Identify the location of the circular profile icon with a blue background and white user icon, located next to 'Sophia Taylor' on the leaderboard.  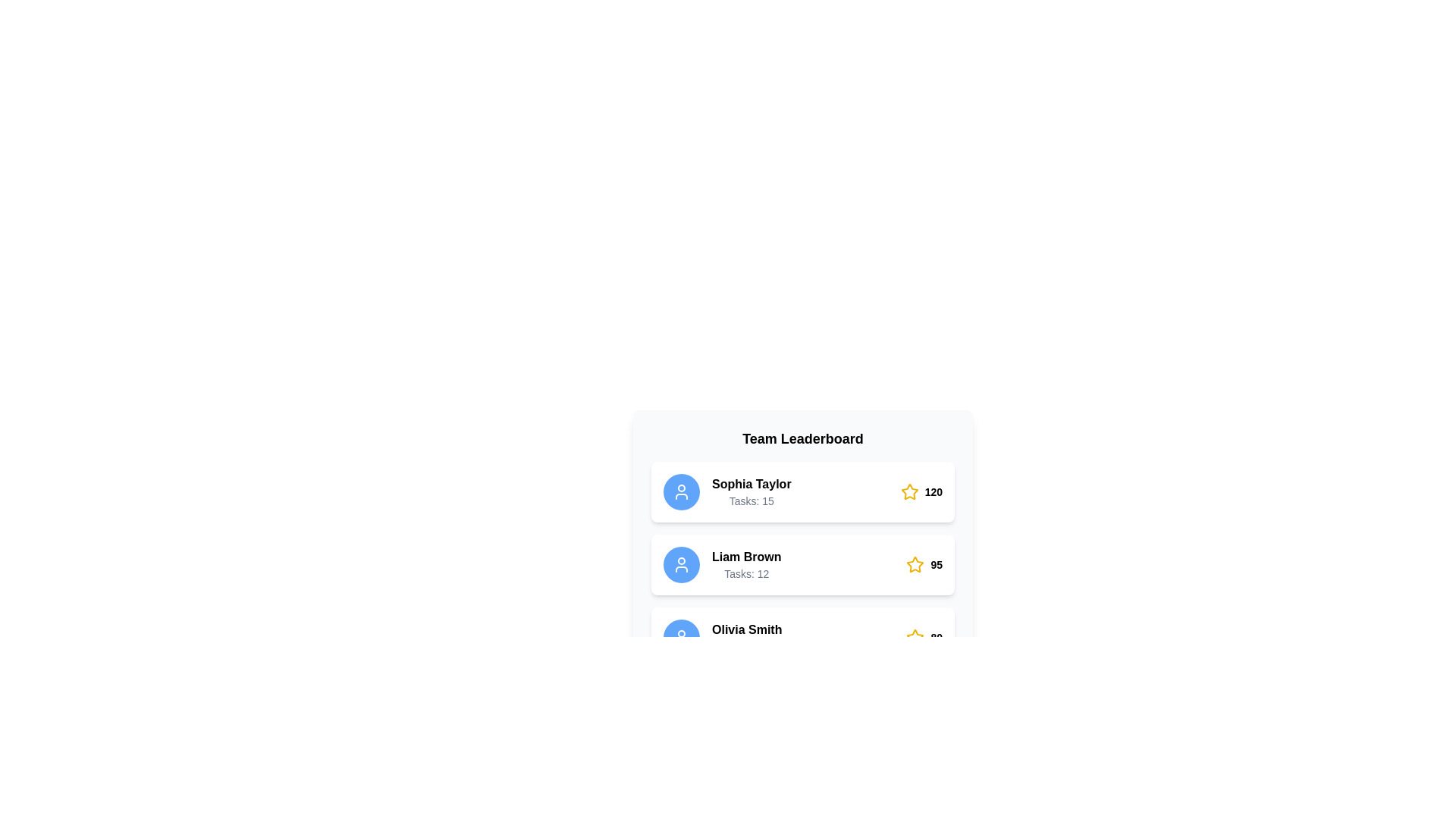
(680, 491).